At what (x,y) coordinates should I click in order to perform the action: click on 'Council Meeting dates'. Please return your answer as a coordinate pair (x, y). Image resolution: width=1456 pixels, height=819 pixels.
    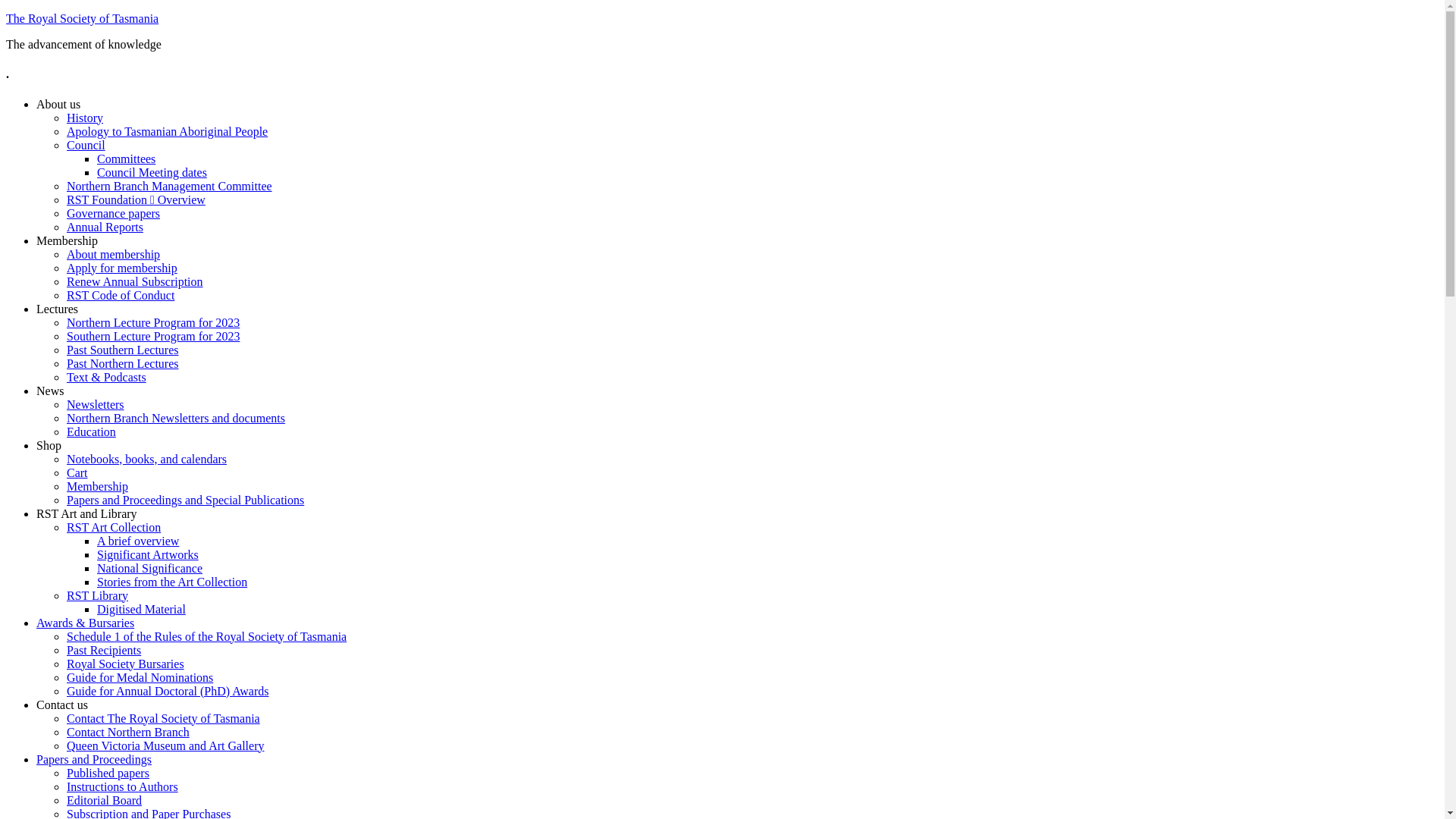
    Looking at the image, I should click on (152, 171).